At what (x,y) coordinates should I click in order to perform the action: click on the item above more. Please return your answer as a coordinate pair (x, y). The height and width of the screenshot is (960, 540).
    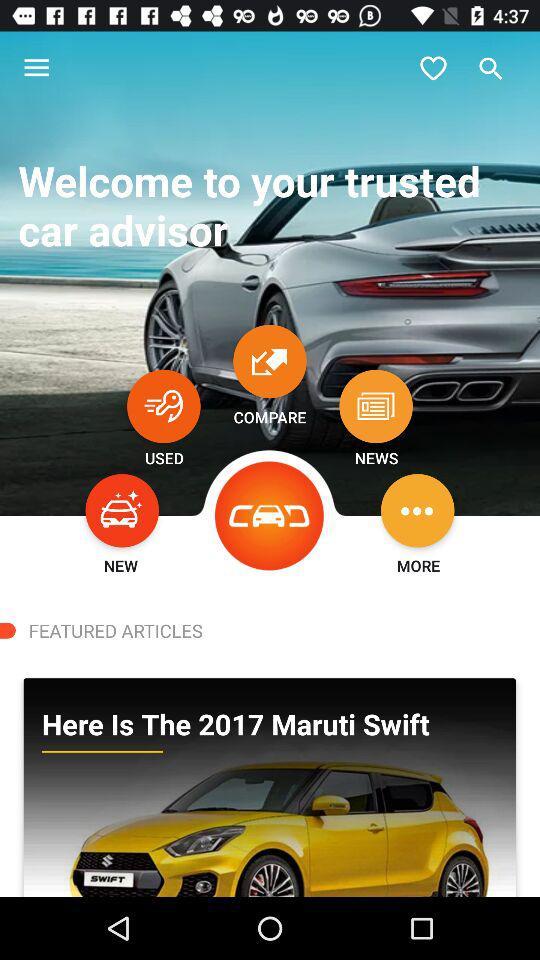
    Looking at the image, I should click on (416, 509).